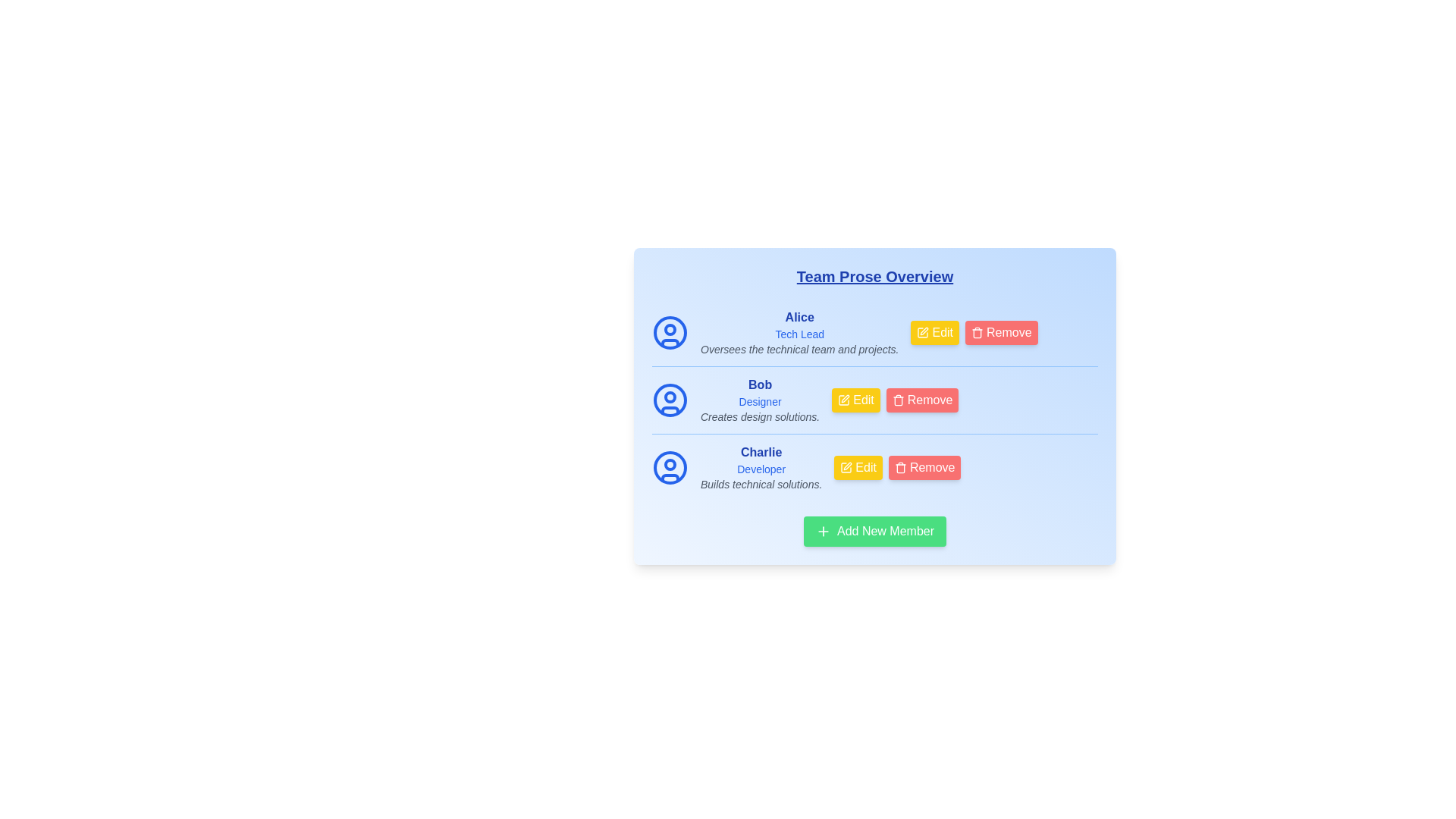 This screenshot has height=819, width=1456. Describe the element at coordinates (761, 452) in the screenshot. I see `the text label displaying 'Charlie', which is styled in bold blue font and positioned above the text 'Developer'` at that location.